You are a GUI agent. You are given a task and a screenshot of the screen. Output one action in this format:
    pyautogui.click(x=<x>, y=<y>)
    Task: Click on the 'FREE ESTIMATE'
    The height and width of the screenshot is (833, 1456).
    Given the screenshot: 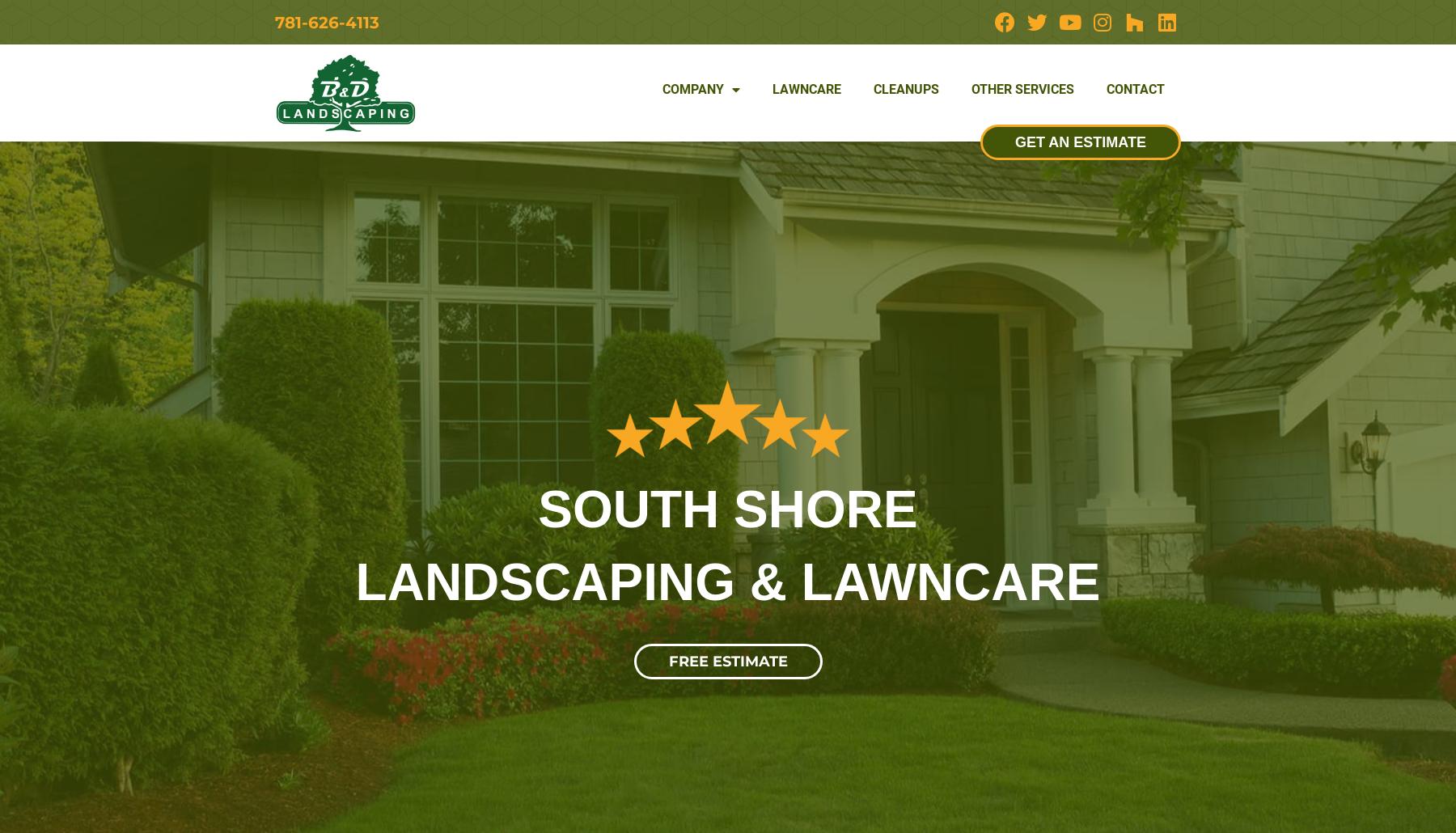 What is the action you would take?
    pyautogui.click(x=668, y=659)
    